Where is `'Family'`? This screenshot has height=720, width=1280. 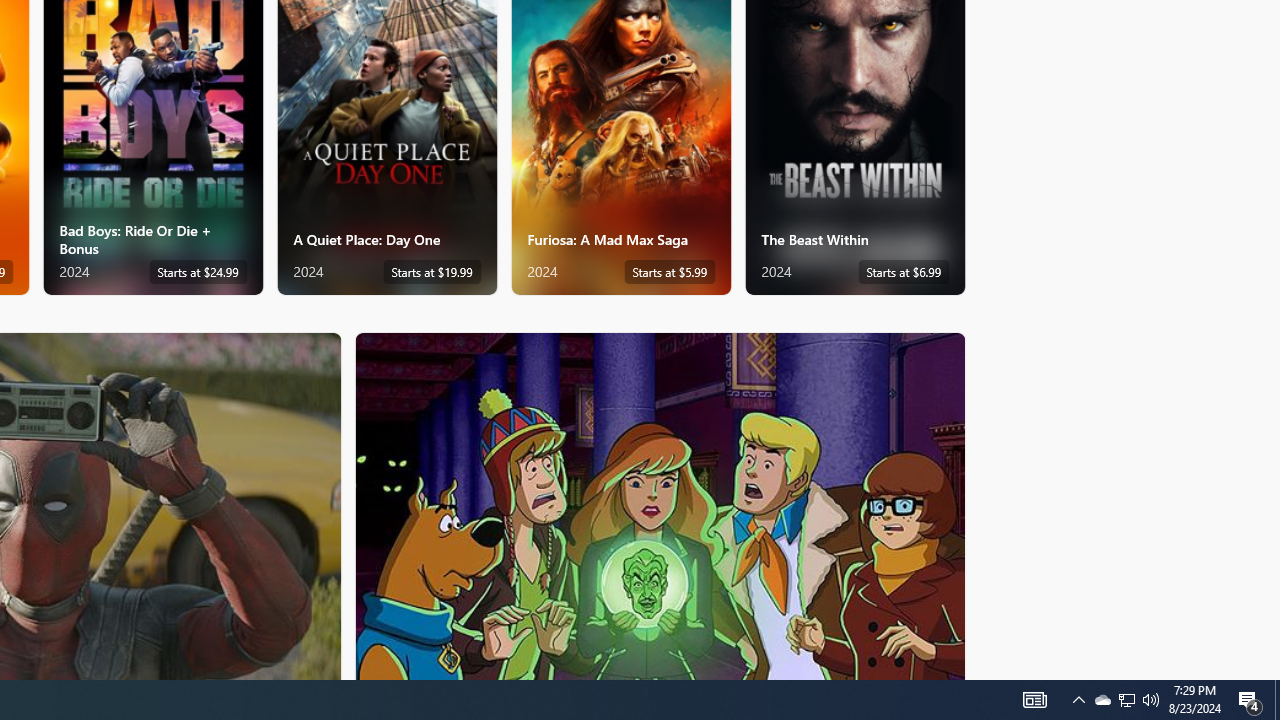
'Family' is located at coordinates (660, 504).